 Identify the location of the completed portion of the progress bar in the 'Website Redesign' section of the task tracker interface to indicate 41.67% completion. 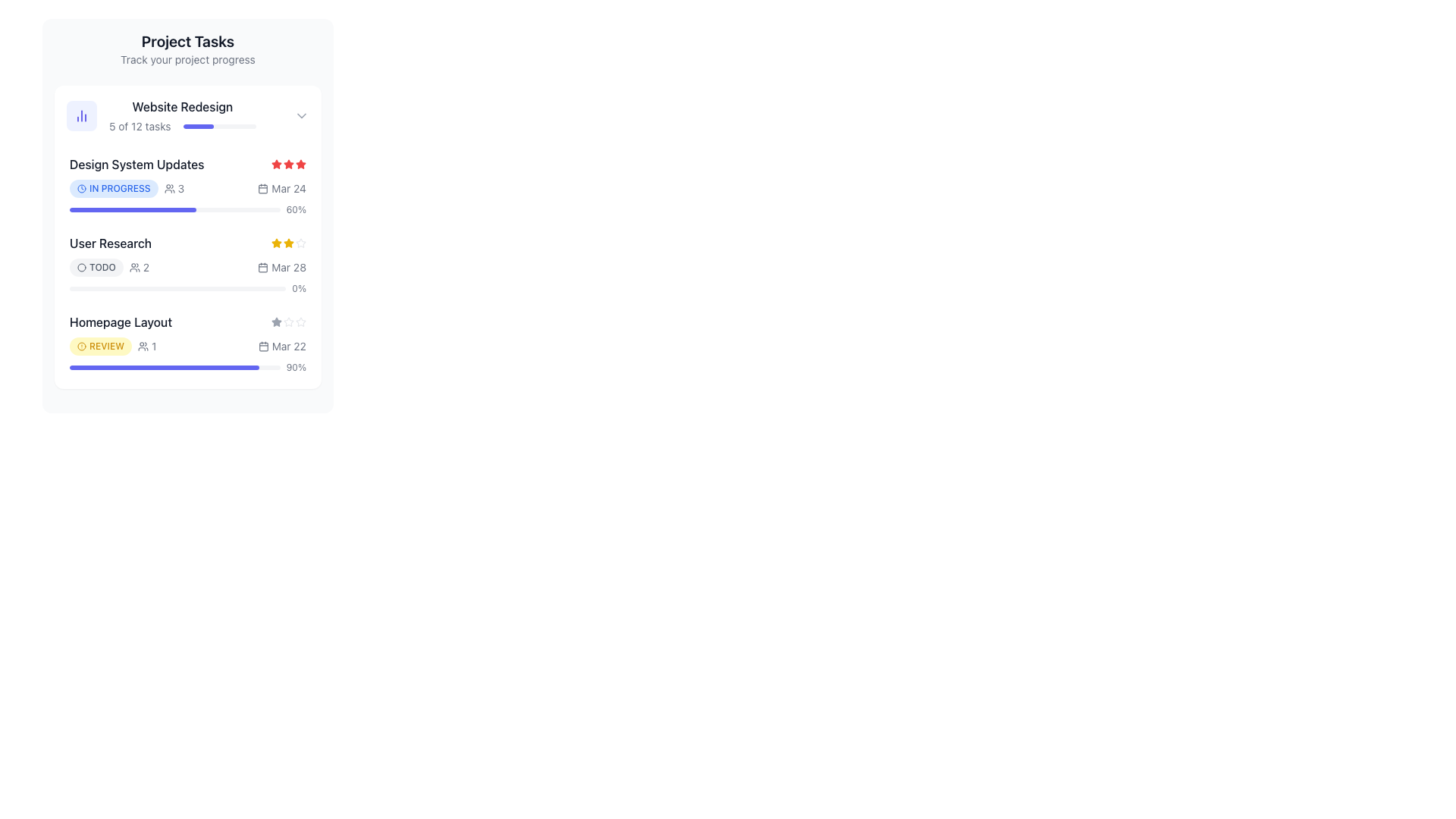
(197, 125).